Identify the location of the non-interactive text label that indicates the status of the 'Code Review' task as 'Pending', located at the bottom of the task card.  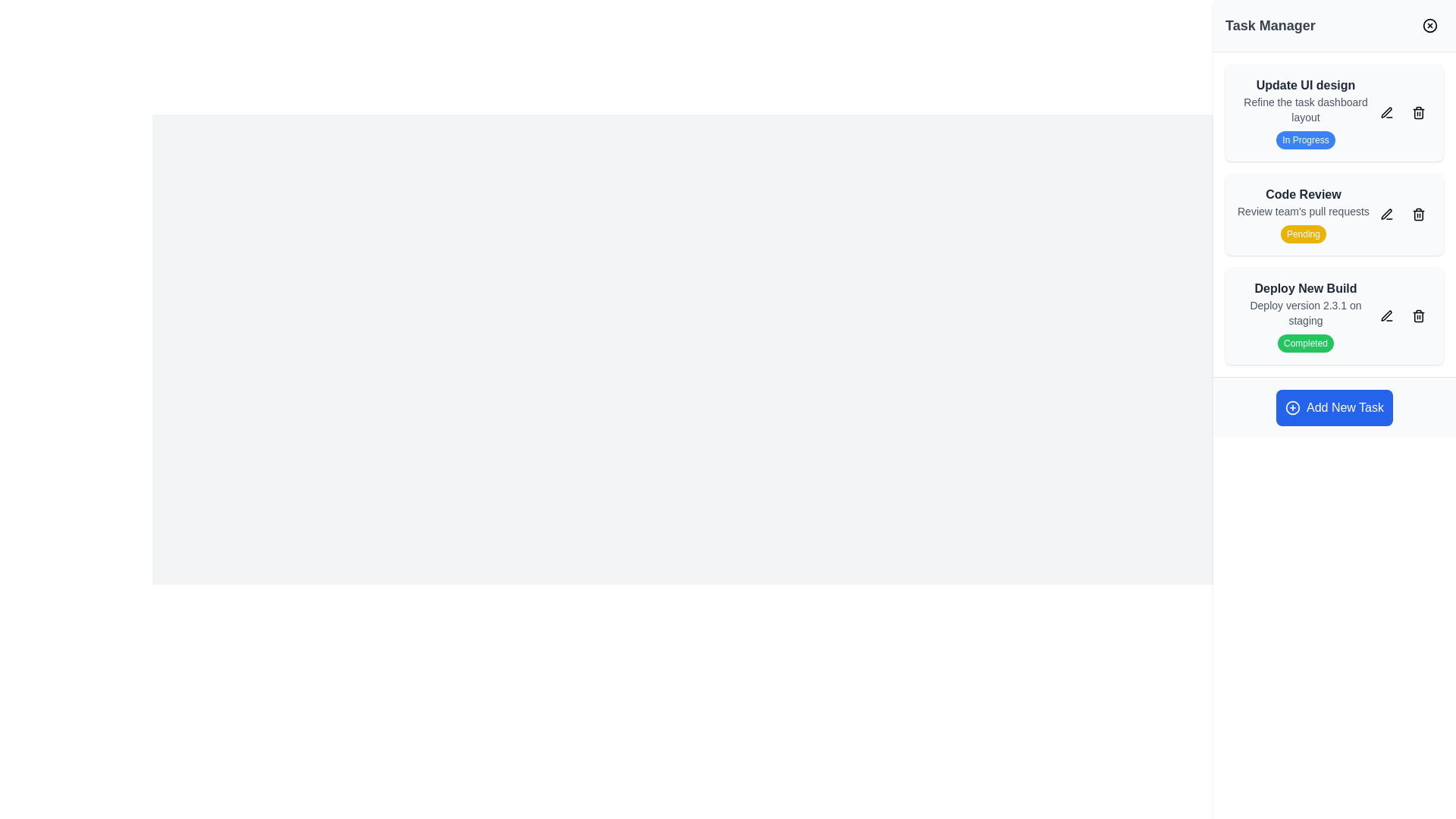
(1302, 234).